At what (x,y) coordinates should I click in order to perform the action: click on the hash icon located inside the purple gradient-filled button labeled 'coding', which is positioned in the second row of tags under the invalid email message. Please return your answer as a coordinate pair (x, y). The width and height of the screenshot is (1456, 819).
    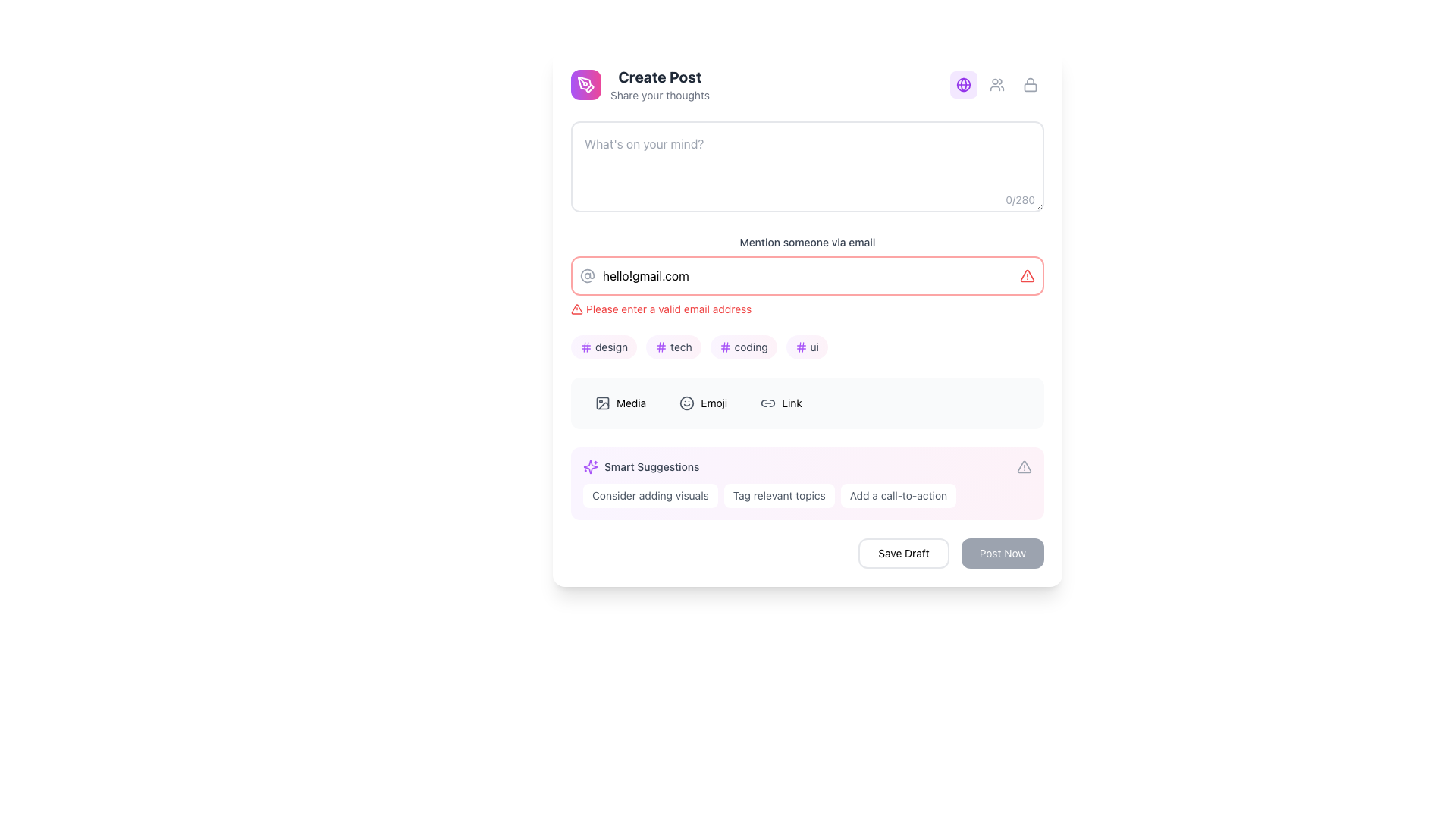
    Looking at the image, I should click on (724, 347).